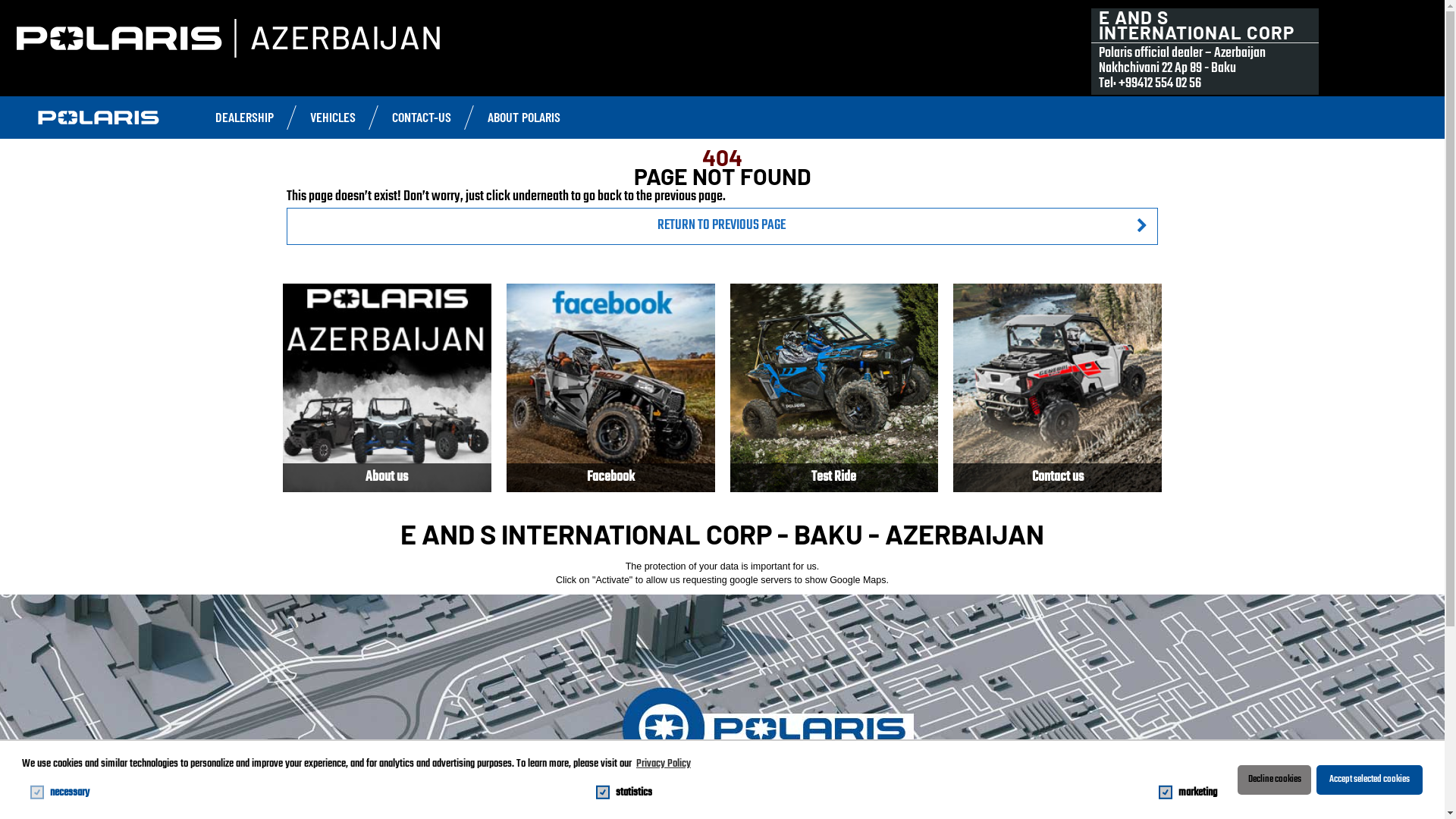 The width and height of the screenshot is (1456, 819). Describe the element at coordinates (833, 387) in the screenshot. I see `'Test Ride'` at that location.